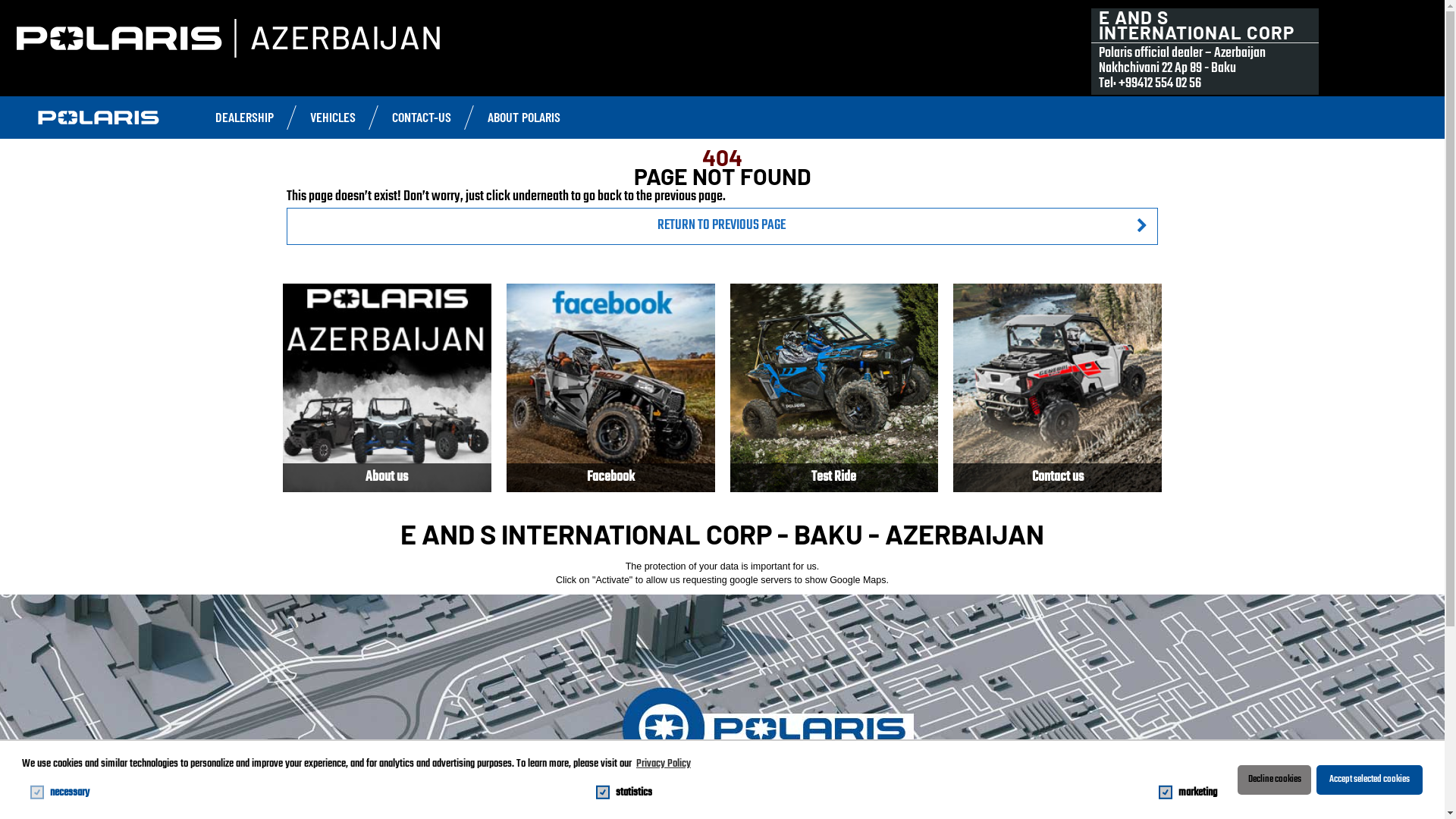 The width and height of the screenshot is (1456, 819). Describe the element at coordinates (833, 387) in the screenshot. I see `'Test Ride'` at that location.